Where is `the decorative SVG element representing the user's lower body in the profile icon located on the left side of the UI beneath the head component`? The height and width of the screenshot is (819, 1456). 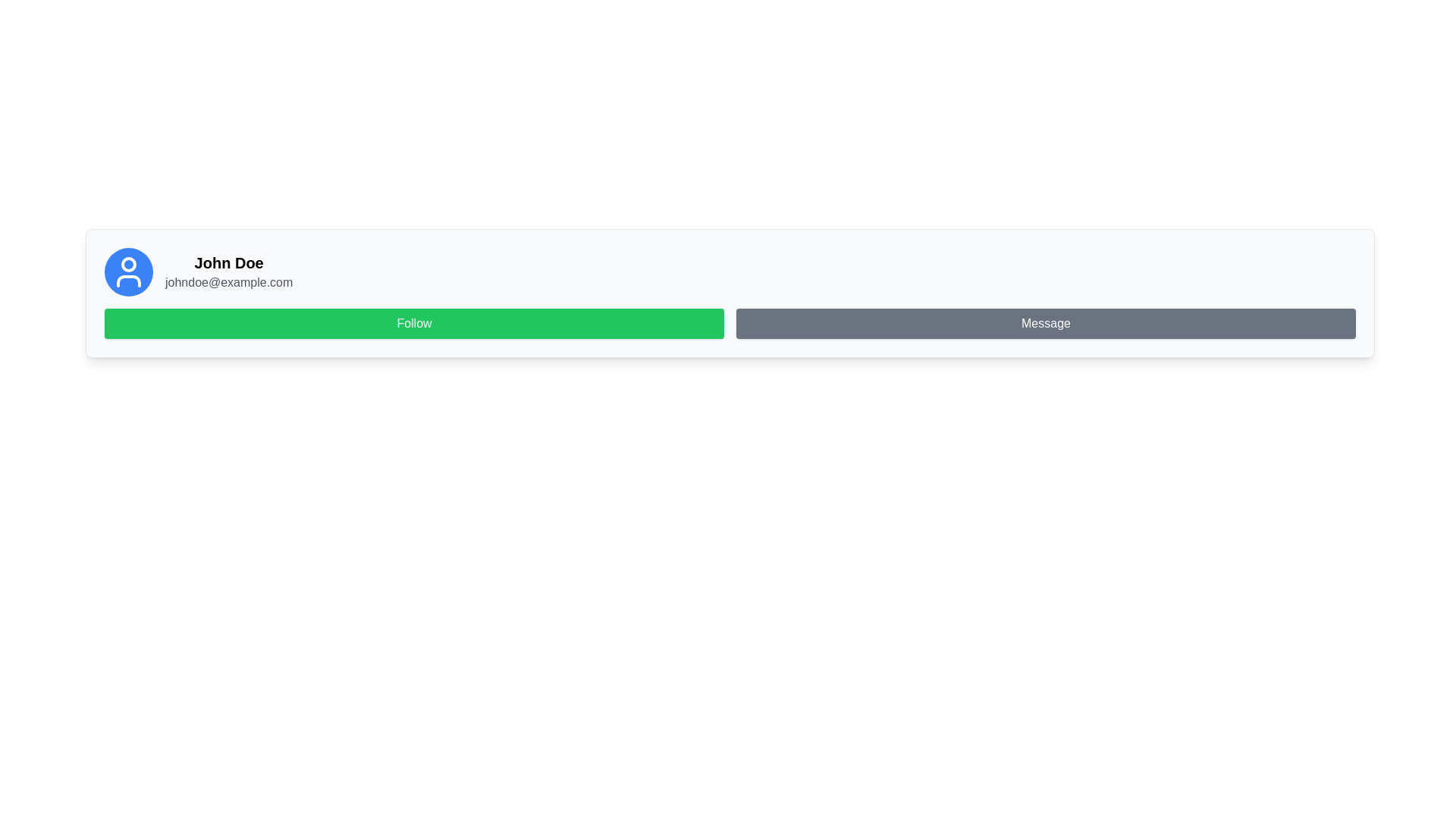
the decorative SVG element representing the user's lower body in the profile icon located on the left side of the UI beneath the head component is located at coordinates (128, 281).